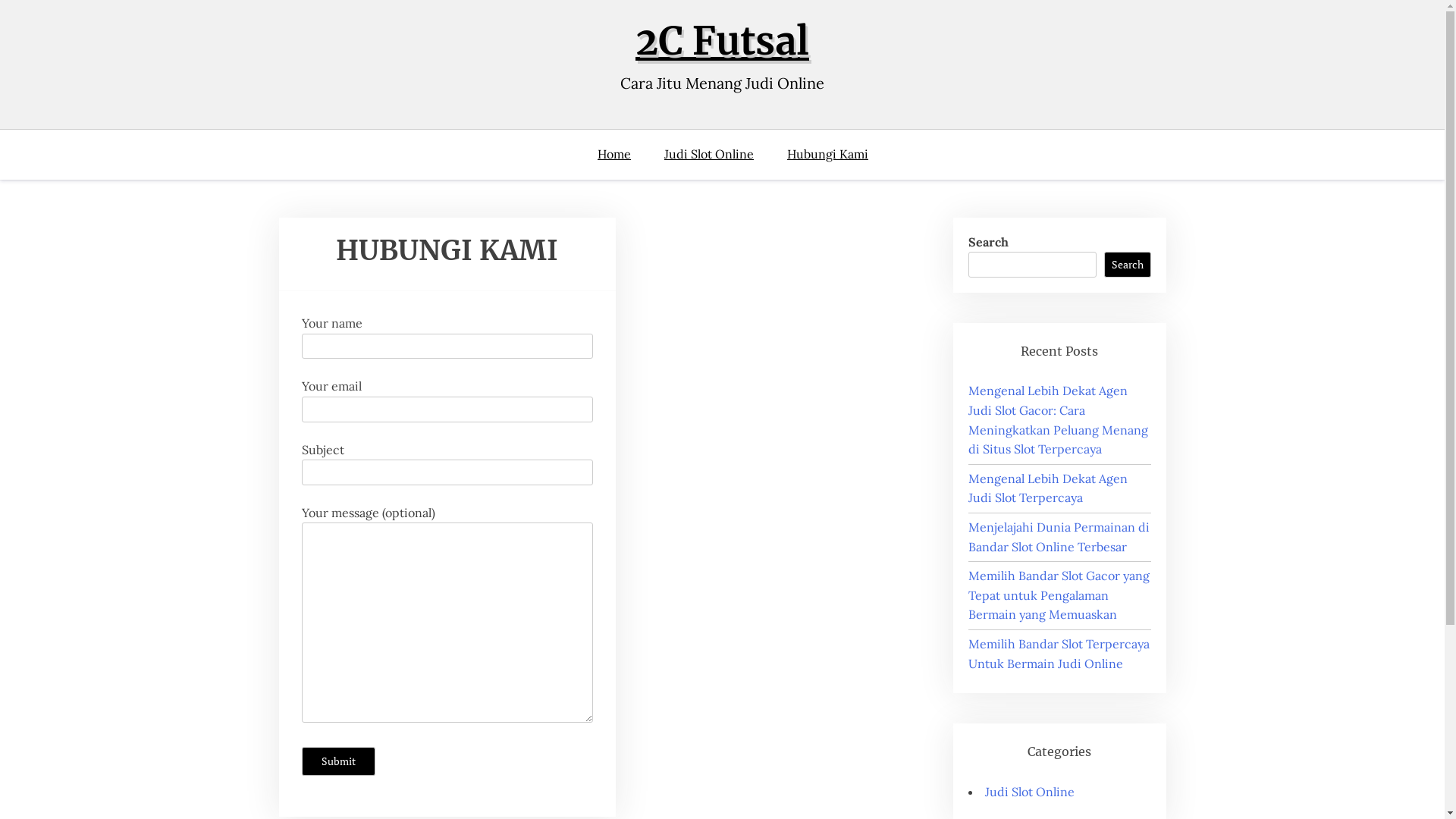 Image resolution: width=1456 pixels, height=819 pixels. I want to click on 'Mengenal Lebih Dekat Agen Judi Slot Terpercaya', so click(967, 488).